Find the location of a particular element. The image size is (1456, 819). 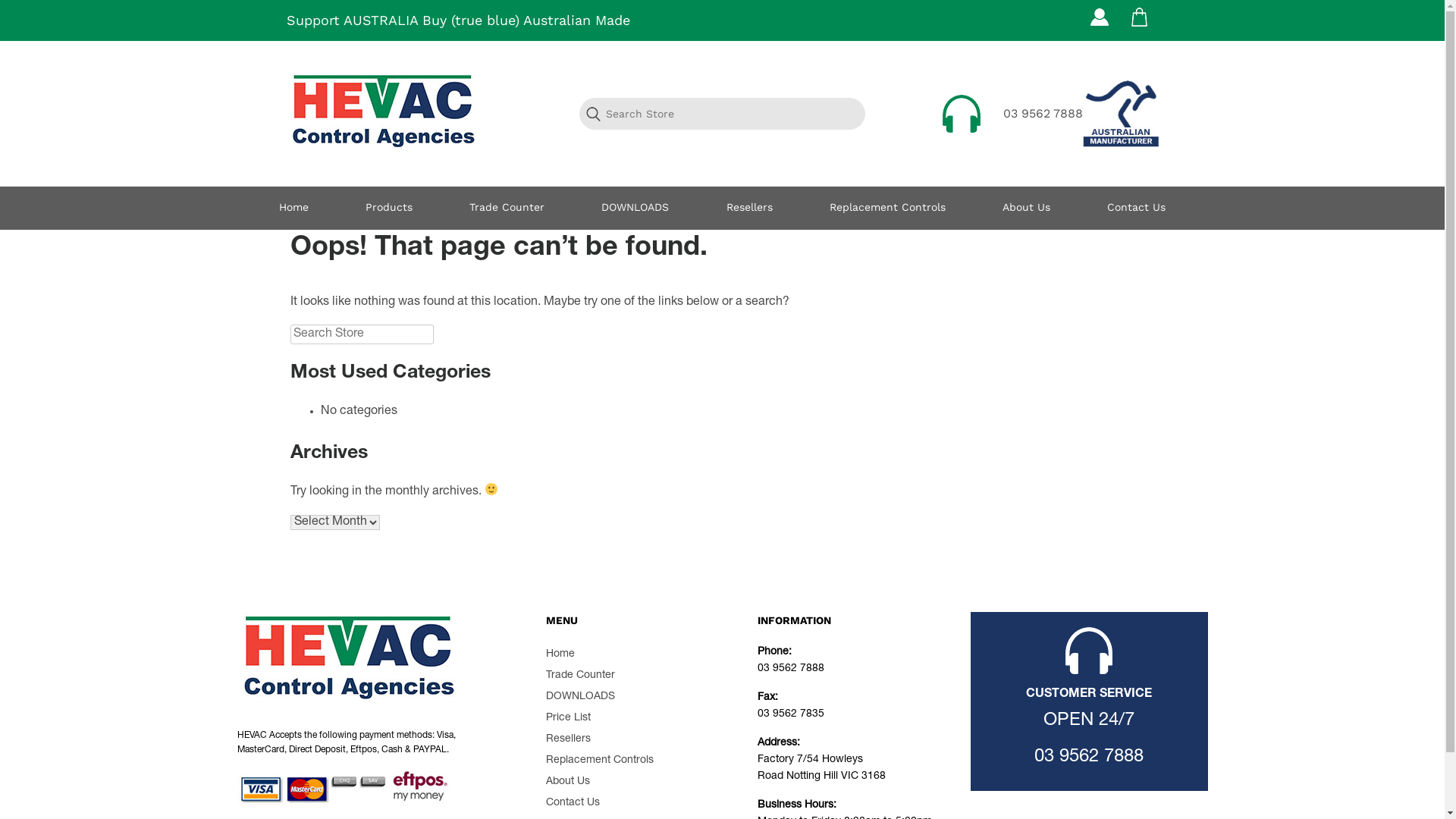

'DOWNLOADS' is located at coordinates (579, 696).